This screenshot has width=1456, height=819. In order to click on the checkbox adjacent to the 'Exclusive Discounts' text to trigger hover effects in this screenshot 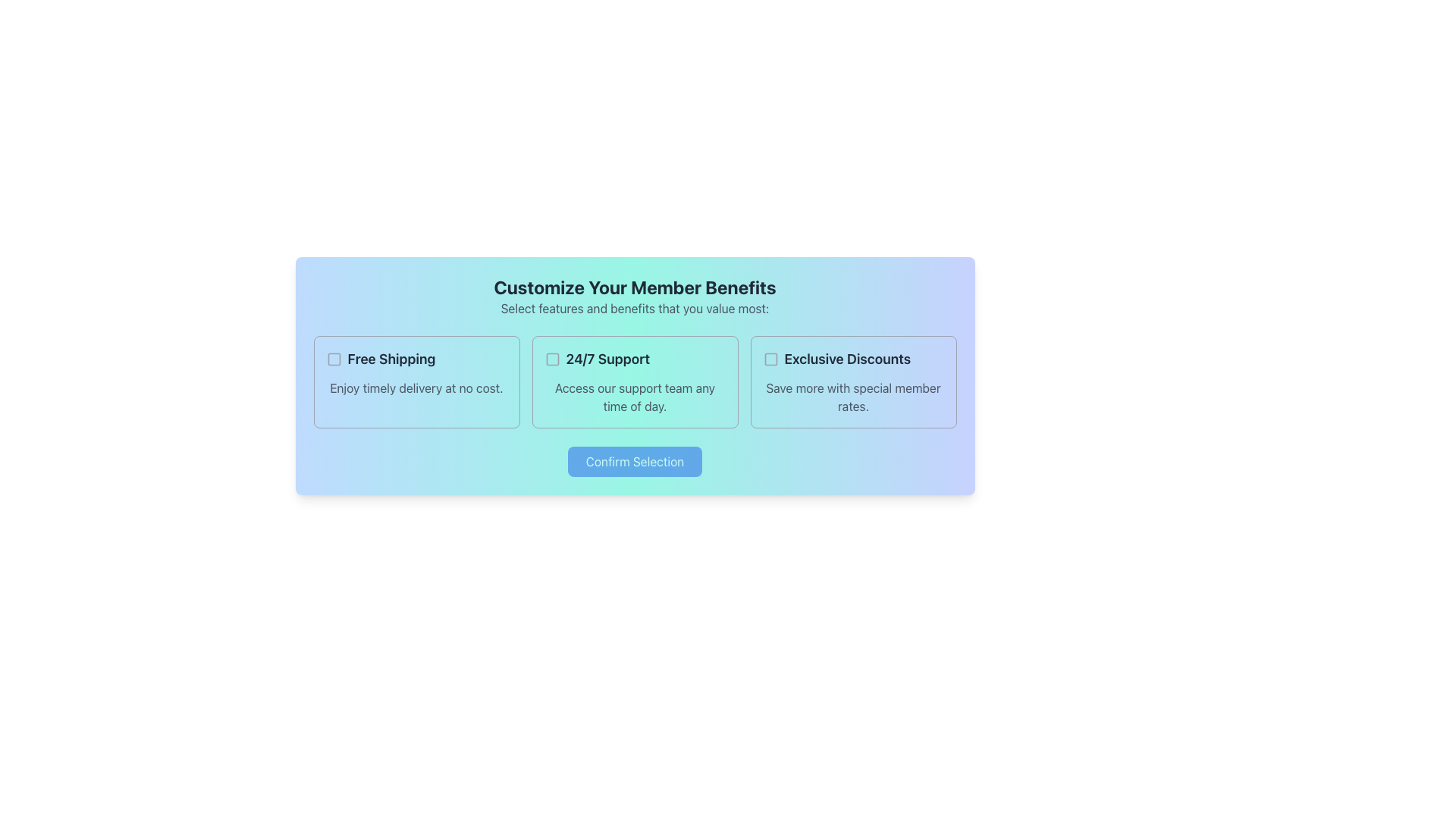, I will do `click(770, 359)`.